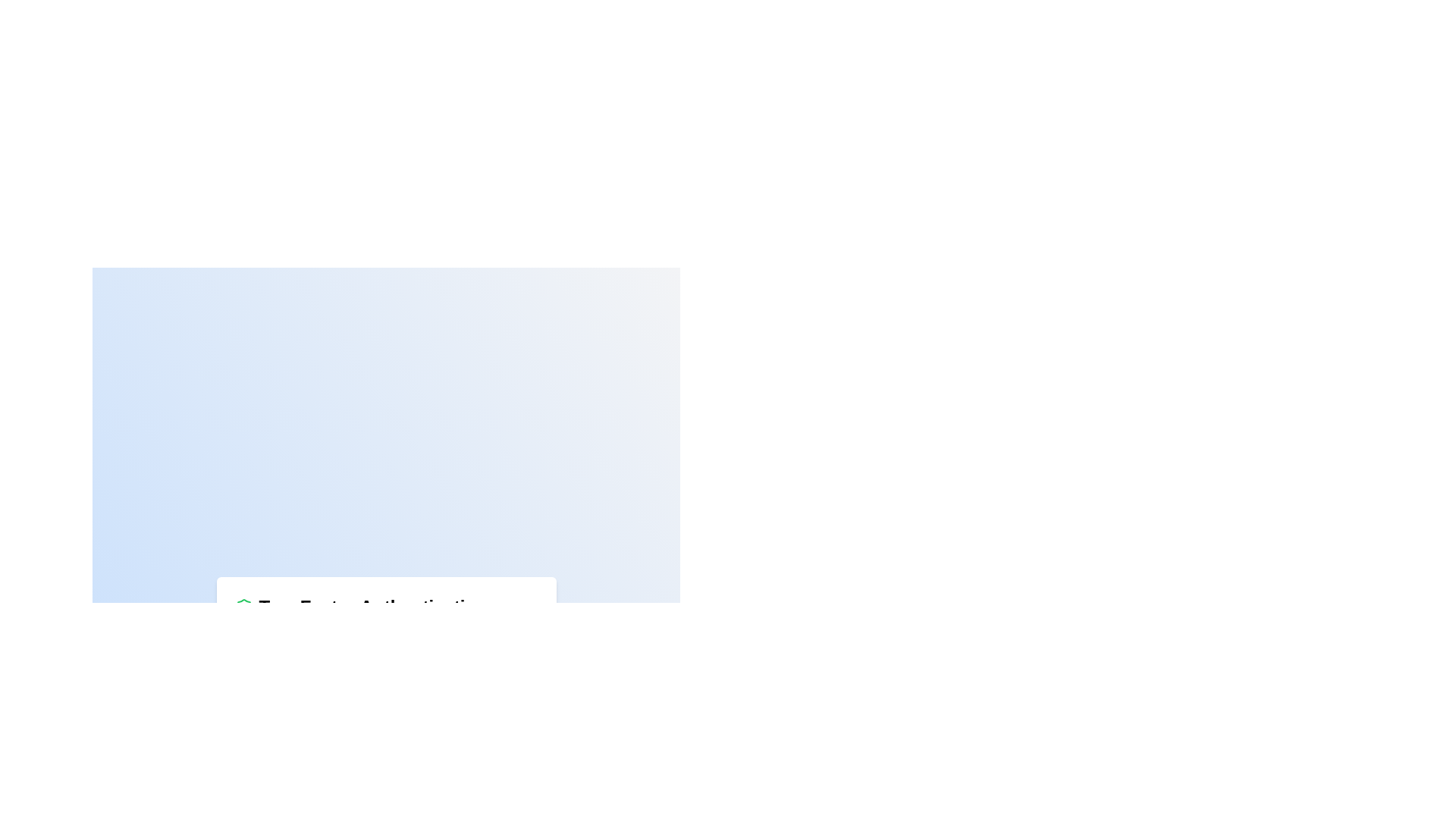 The height and width of the screenshot is (819, 1456). I want to click on the status represented by the verified icon for the Two-Factor Authentication feature, which is visually indicated by an SVG element located to the left of the text, so click(243, 606).